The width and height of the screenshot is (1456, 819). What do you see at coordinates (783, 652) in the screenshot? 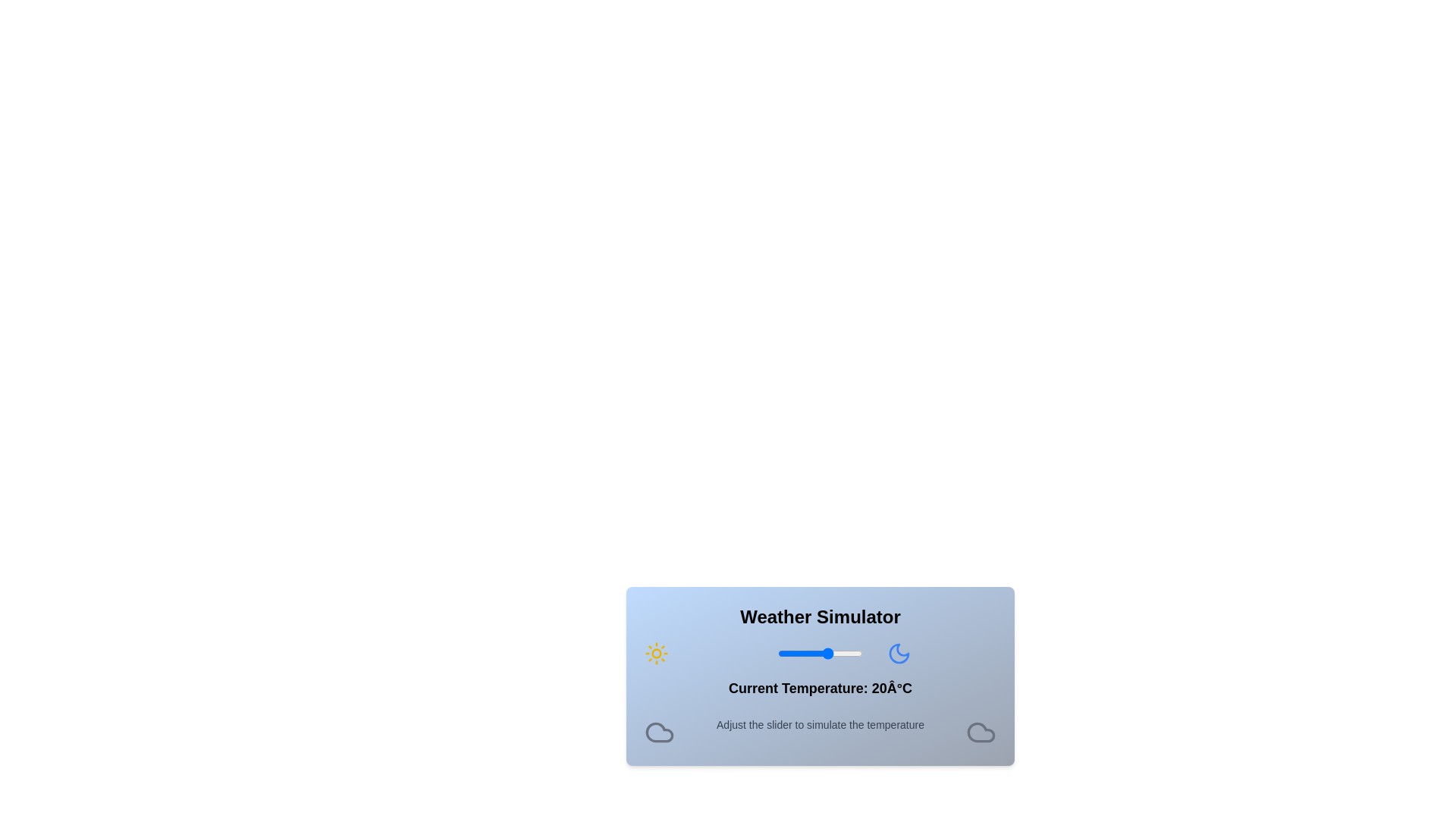
I see `the temperature slider to set the temperature to -7 degrees Celsius` at bounding box center [783, 652].